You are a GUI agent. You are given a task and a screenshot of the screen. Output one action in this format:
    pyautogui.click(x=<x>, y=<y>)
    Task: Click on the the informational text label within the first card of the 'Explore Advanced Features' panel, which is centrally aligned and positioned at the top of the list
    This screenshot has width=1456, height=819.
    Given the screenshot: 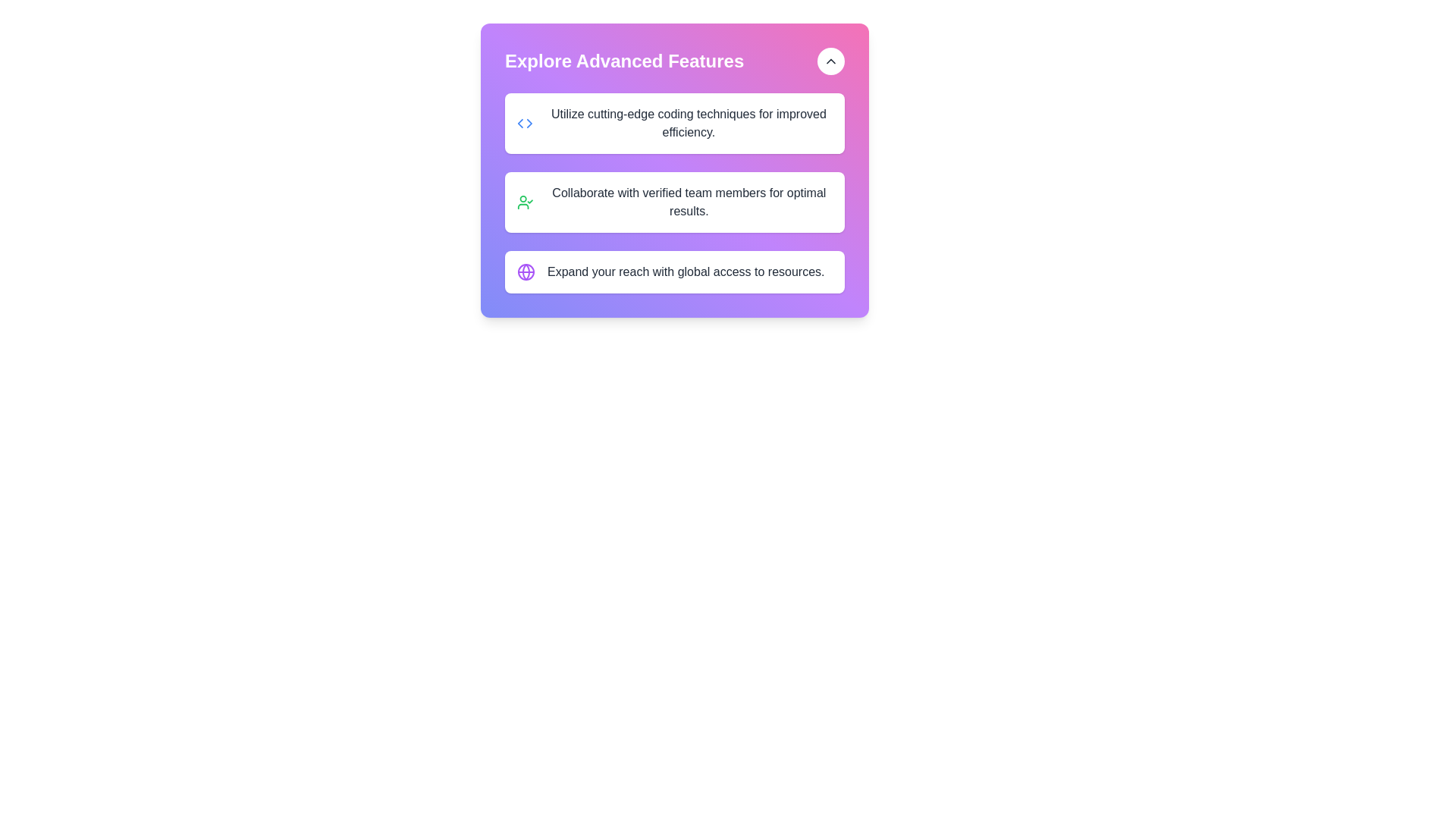 What is the action you would take?
    pyautogui.click(x=688, y=122)
    